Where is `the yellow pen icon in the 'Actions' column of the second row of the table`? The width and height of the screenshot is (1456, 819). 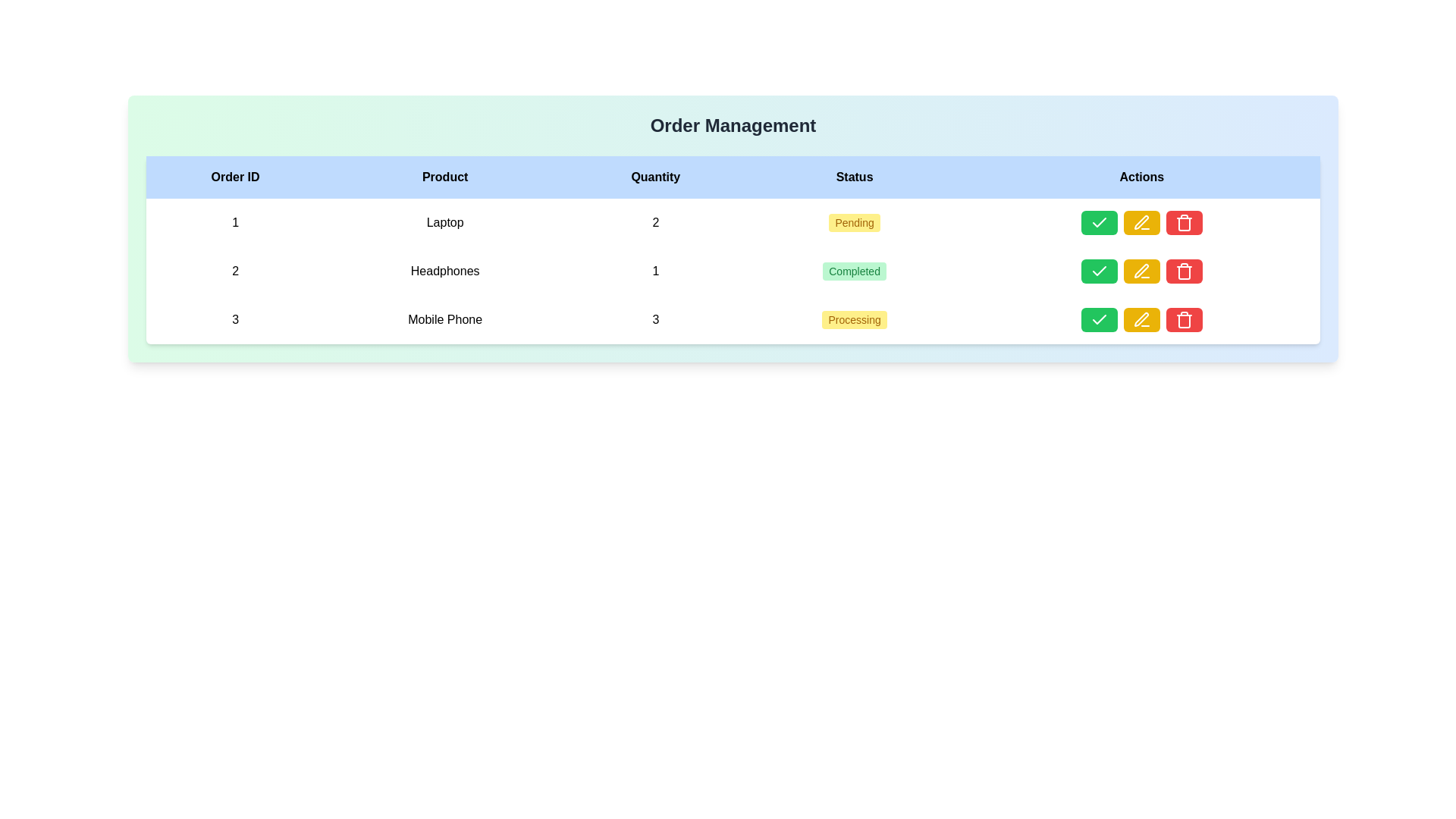
the yellow pen icon in the 'Actions' column of the second row of the table is located at coordinates (1141, 270).